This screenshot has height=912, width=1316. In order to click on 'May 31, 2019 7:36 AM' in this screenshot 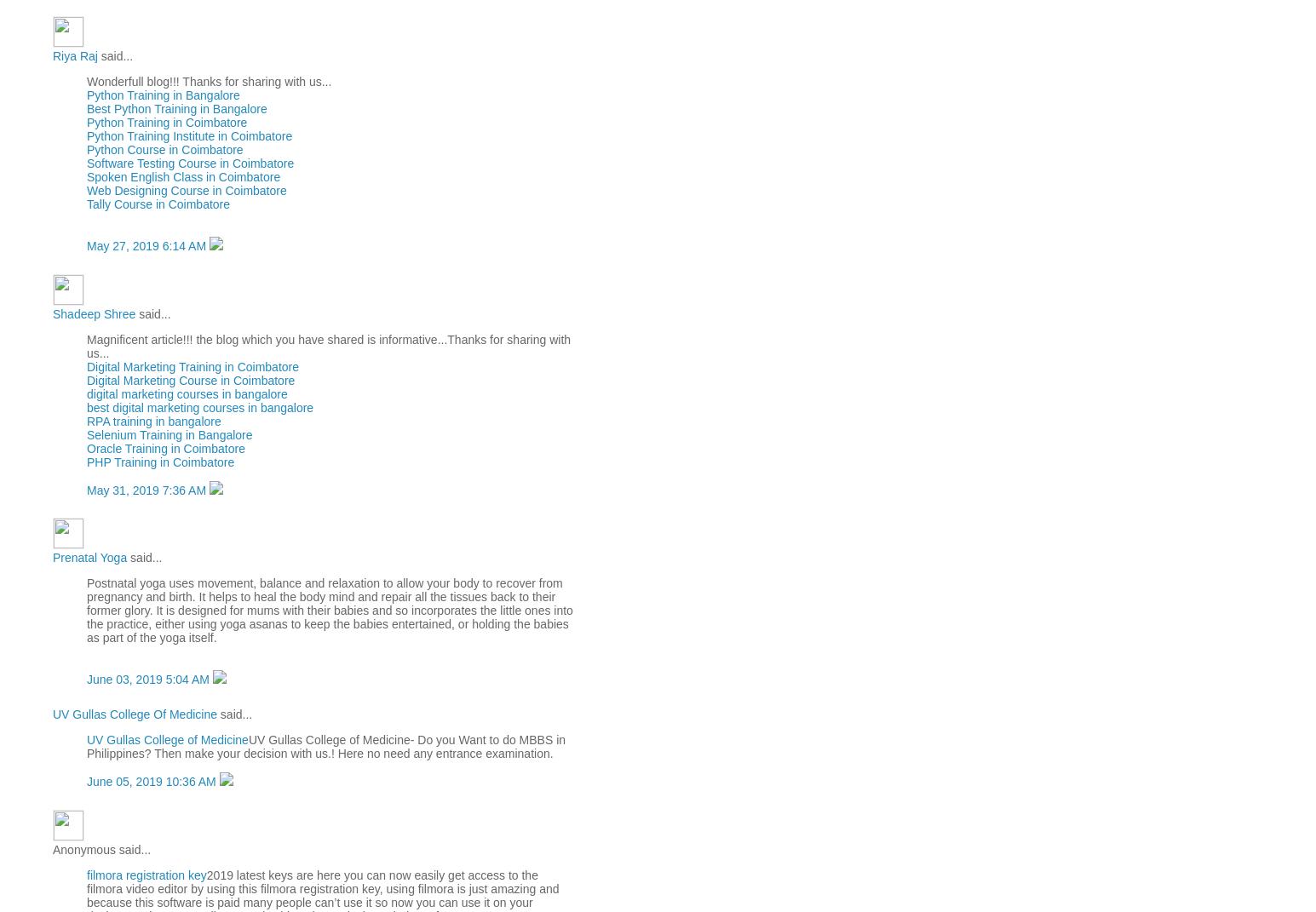, I will do `click(147, 490)`.